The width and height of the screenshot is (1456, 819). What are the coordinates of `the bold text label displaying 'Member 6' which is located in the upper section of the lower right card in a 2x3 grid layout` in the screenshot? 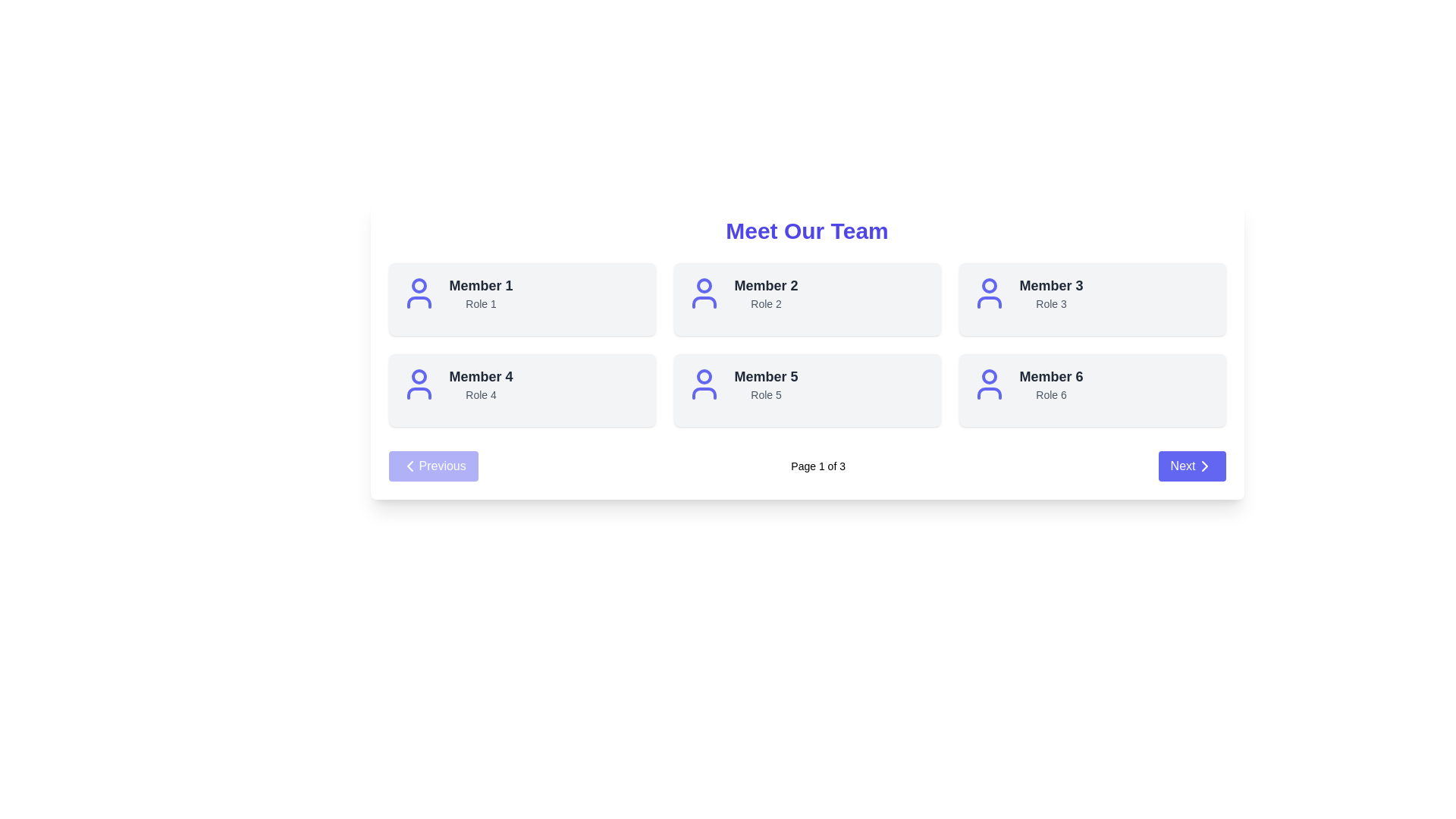 It's located at (1050, 376).